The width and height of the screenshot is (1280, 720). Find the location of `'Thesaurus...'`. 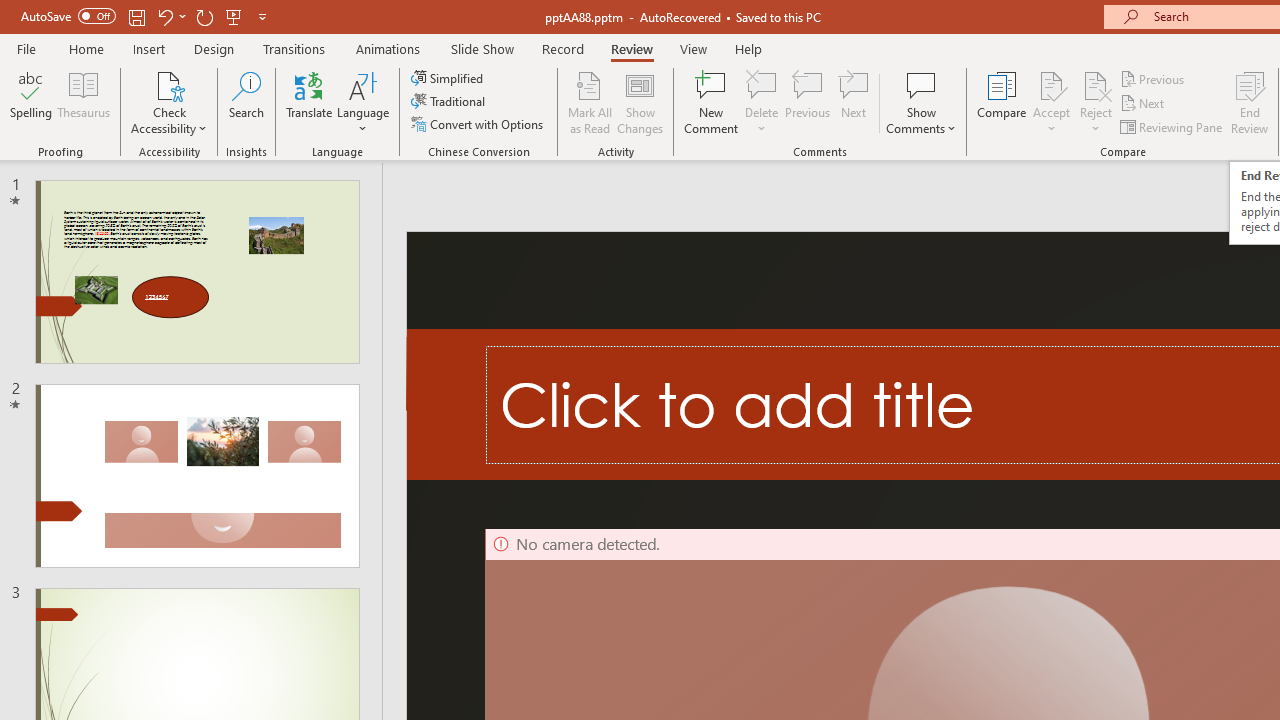

'Thesaurus...' is located at coordinates (82, 103).